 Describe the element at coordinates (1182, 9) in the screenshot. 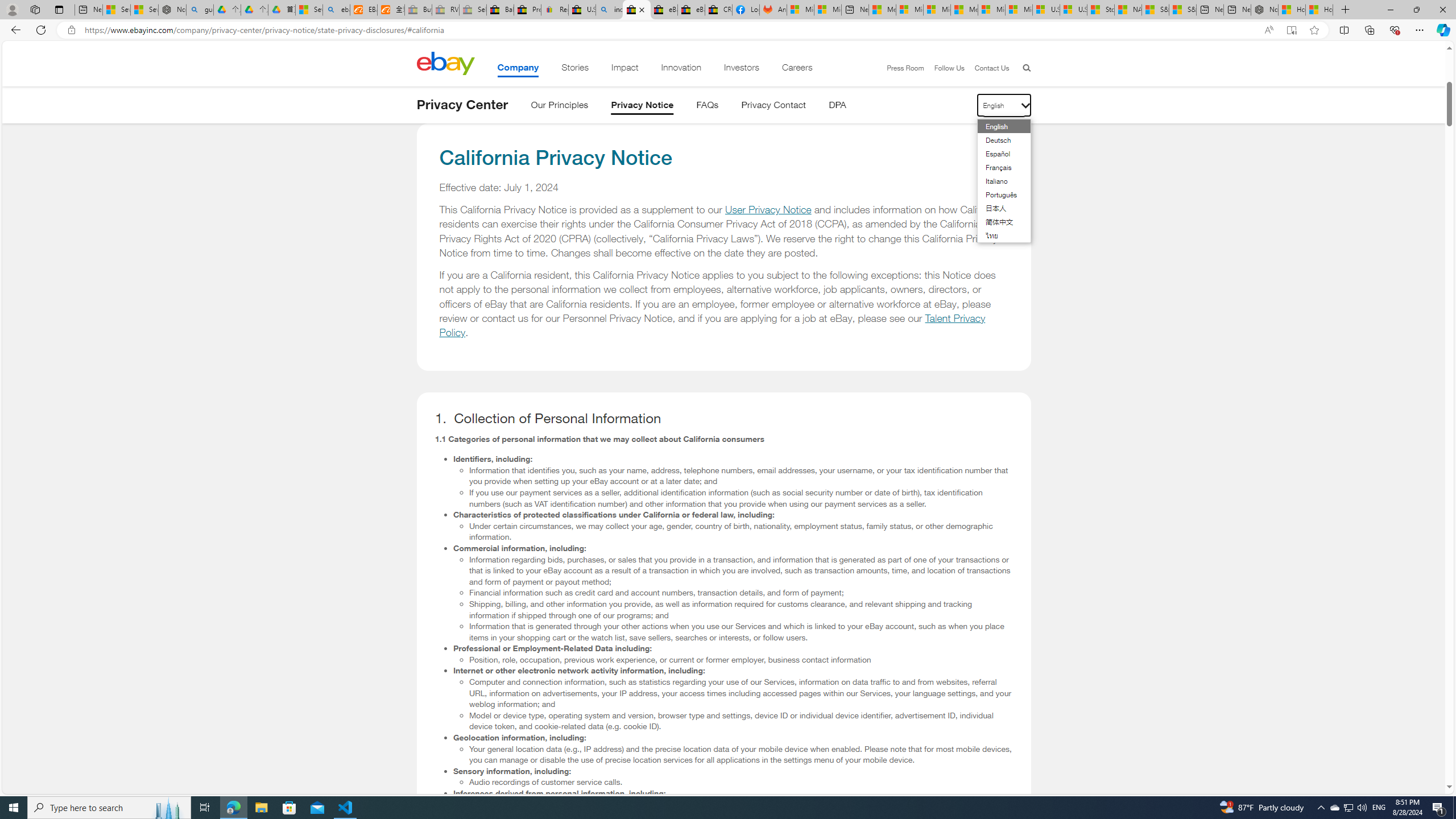

I see `'S&P 500, Nasdaq end lower, weighed by Nvidia dip | Watch'` at that location.